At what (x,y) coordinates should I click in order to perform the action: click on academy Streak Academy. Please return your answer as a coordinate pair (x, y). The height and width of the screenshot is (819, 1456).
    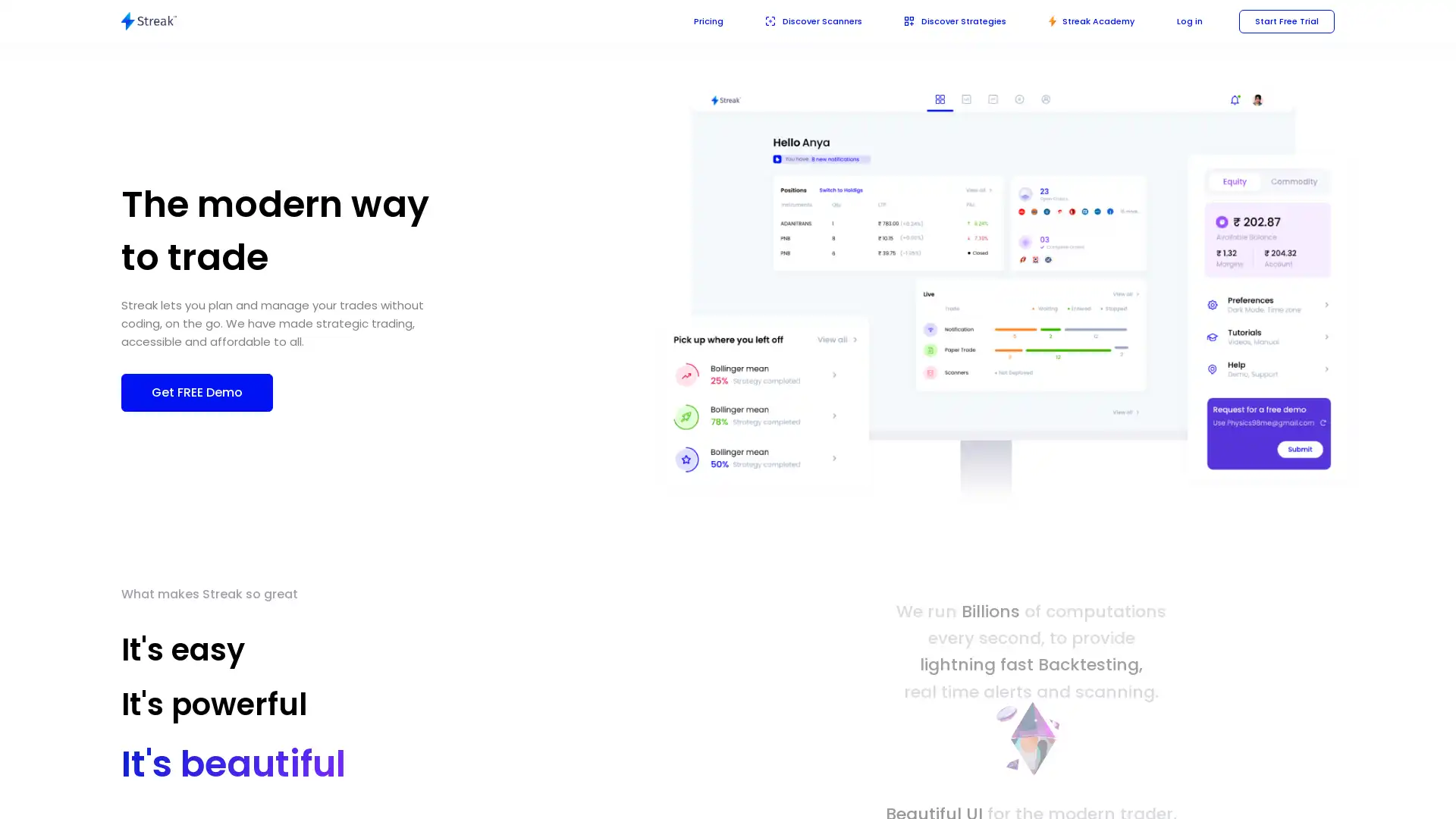
    Looking at the image, I should click on (1084, 20).